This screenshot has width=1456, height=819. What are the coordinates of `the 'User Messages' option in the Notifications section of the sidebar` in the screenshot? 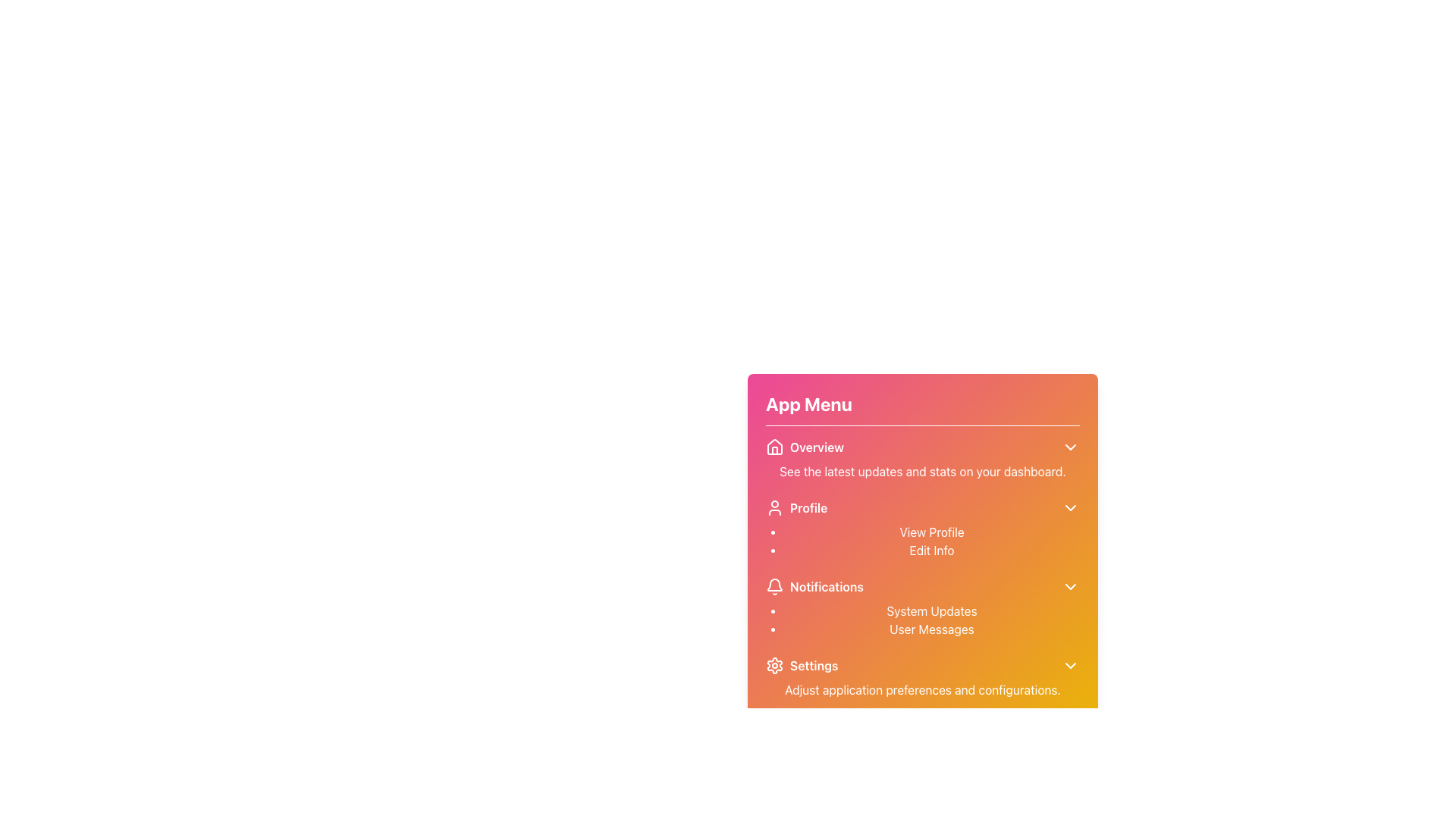 It's located at (930, 620).